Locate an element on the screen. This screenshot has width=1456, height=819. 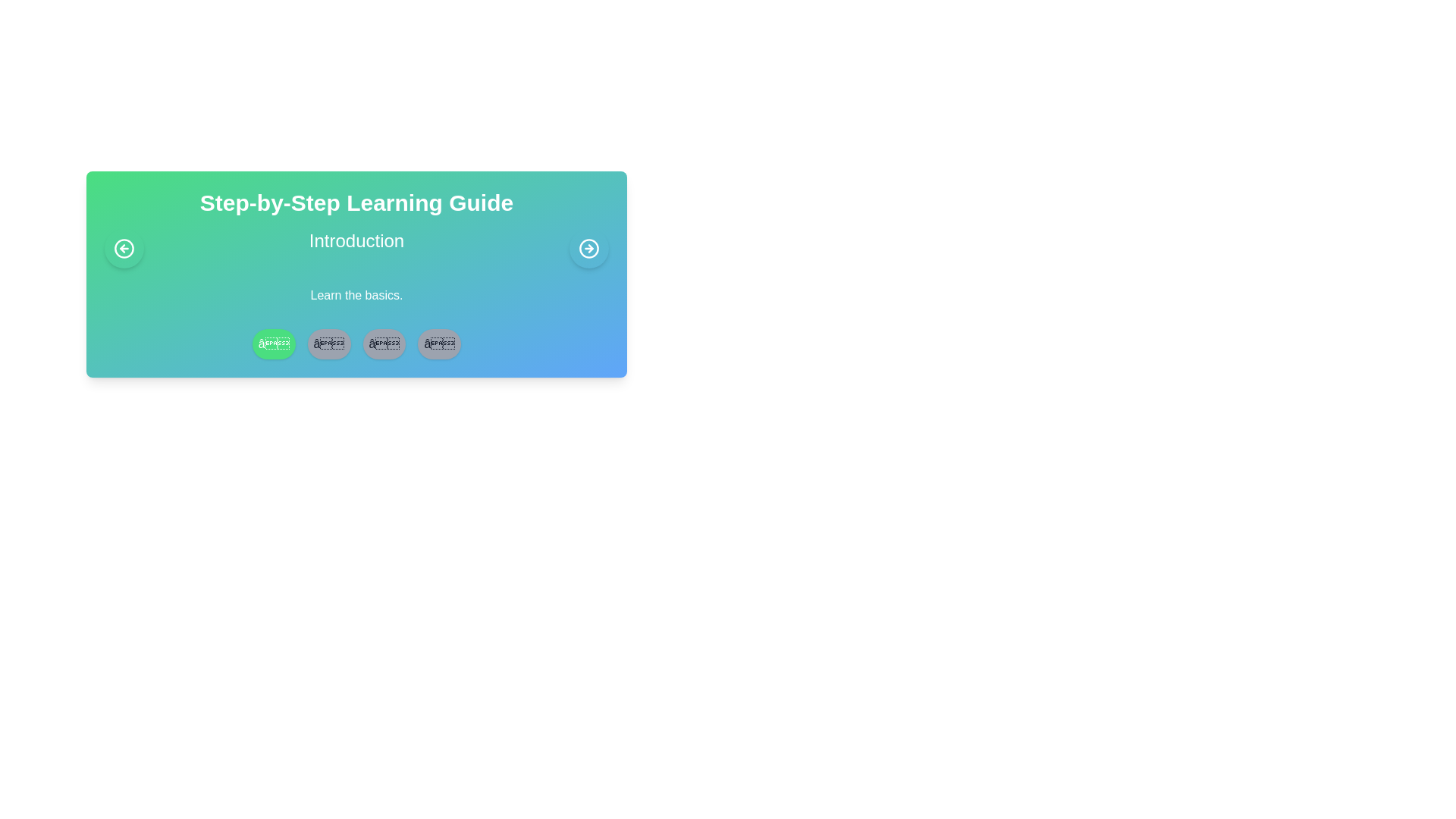
the navigation button located to the right of the text 'Introduction' is located at coordinates (588, 247).